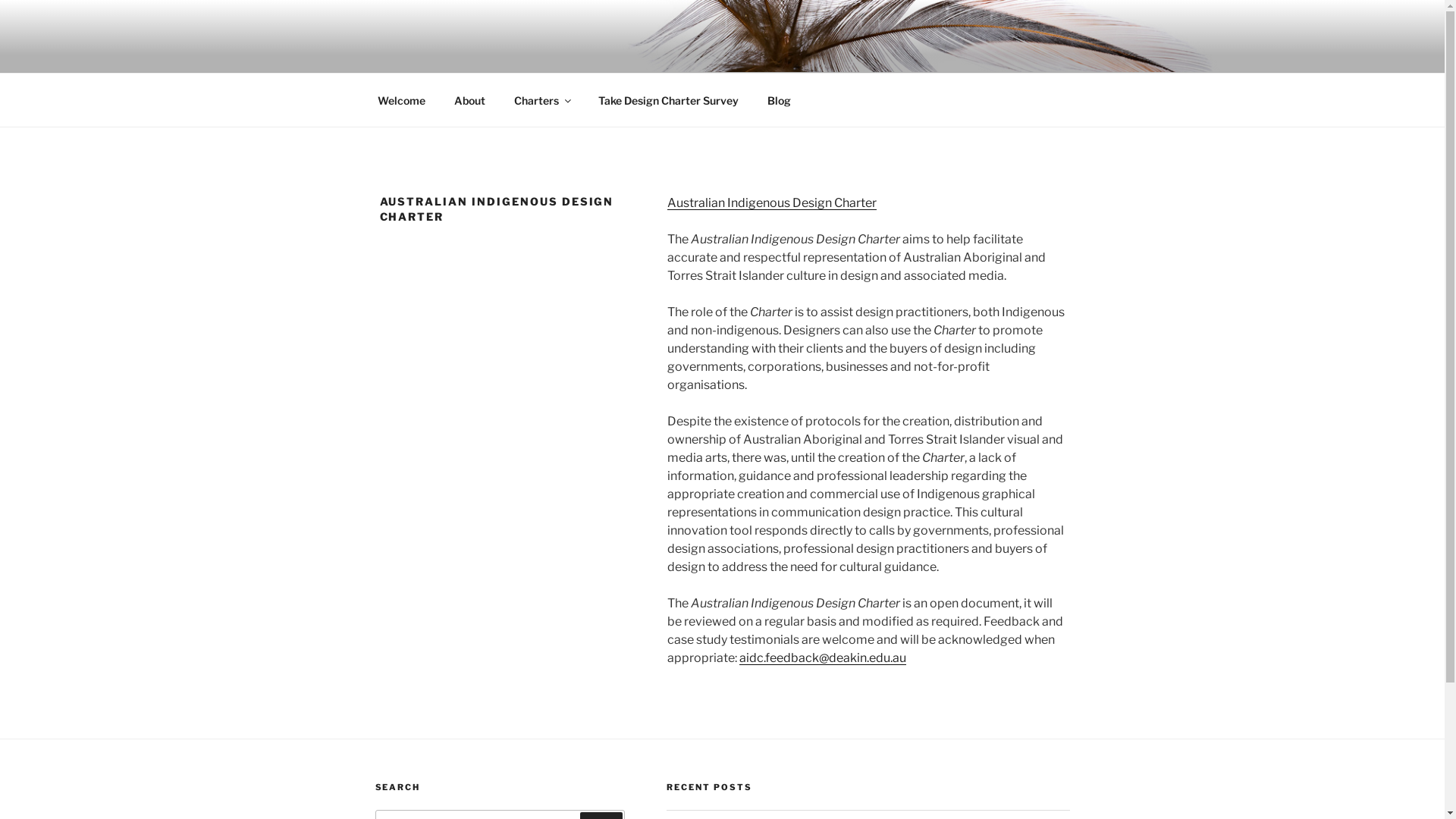 The image size is (1456, 819). I want to click on 'About', so click(469, 100).